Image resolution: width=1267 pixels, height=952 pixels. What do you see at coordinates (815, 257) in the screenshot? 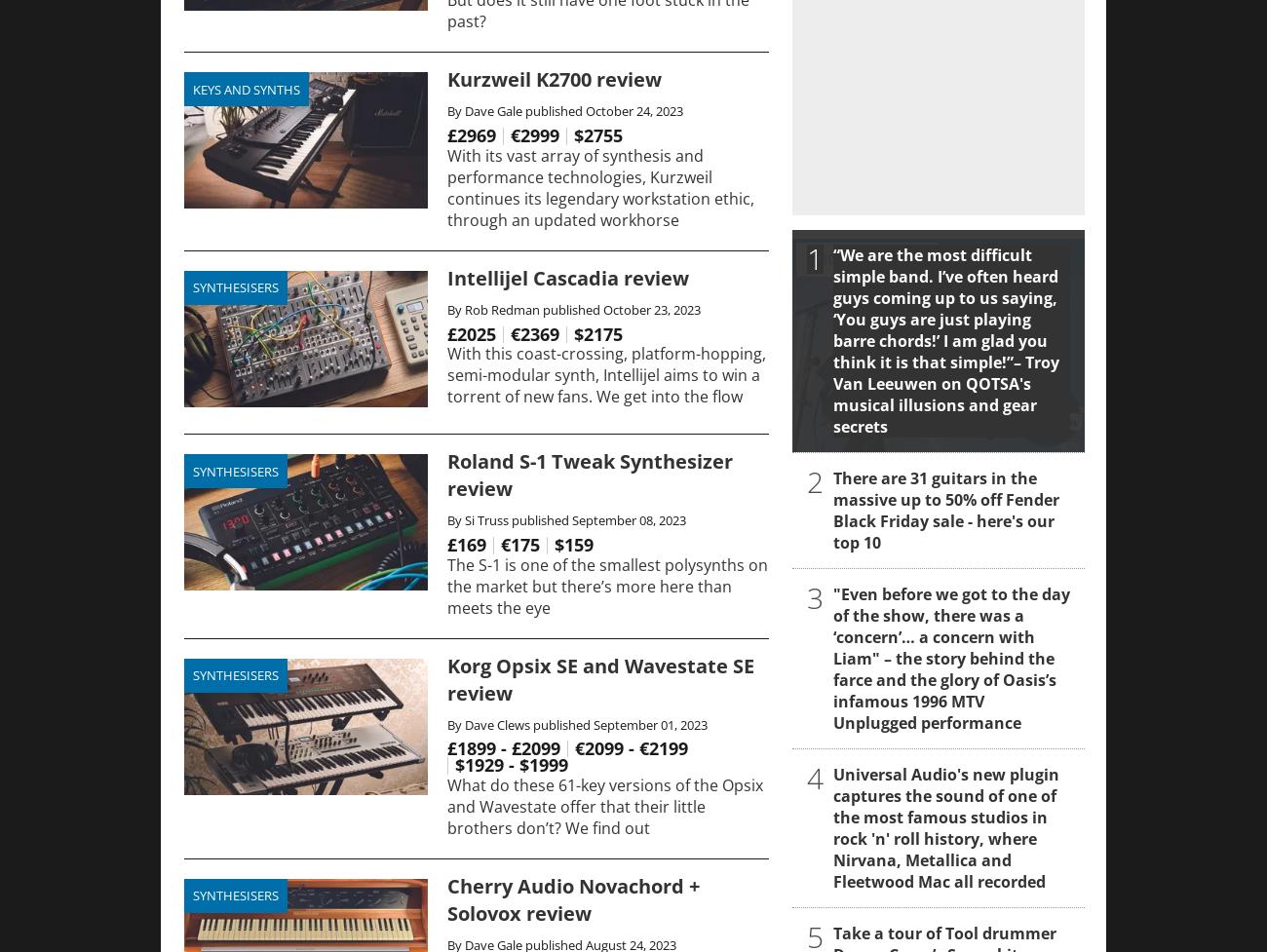
I see `'1'` at bounding box center [815, 257].